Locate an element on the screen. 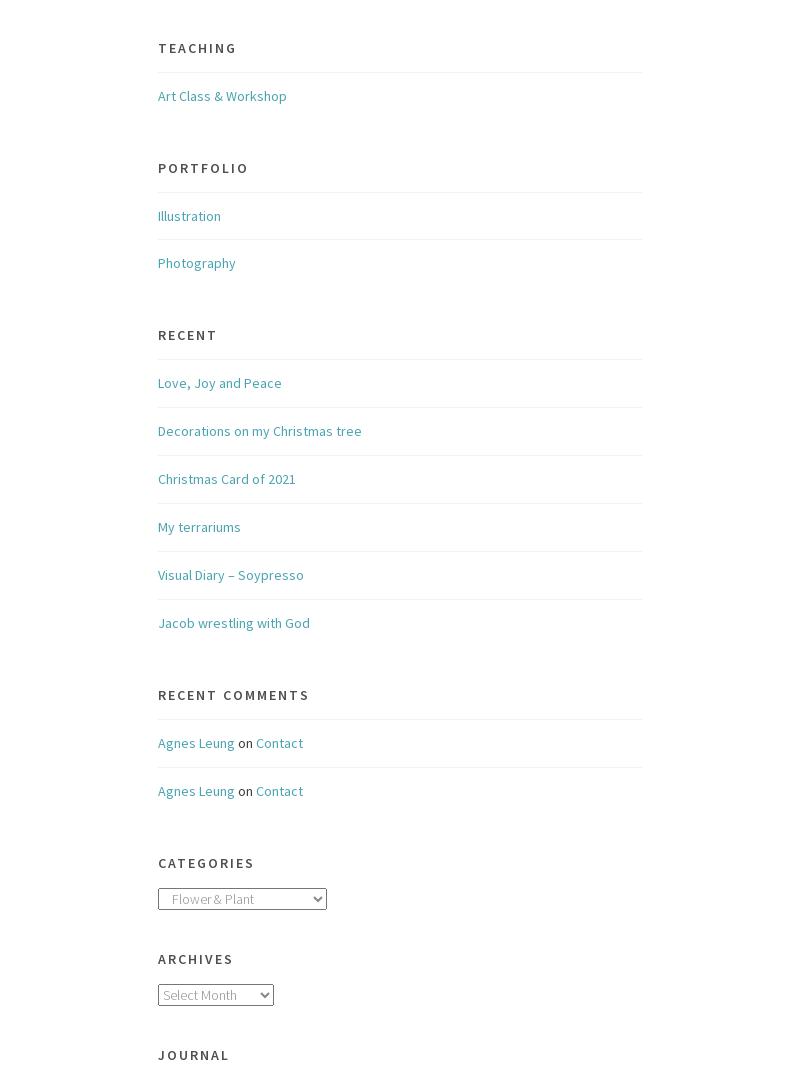 This screenshot has width=800, height=1068. 'Photography' is located at coordinates (157, 263).